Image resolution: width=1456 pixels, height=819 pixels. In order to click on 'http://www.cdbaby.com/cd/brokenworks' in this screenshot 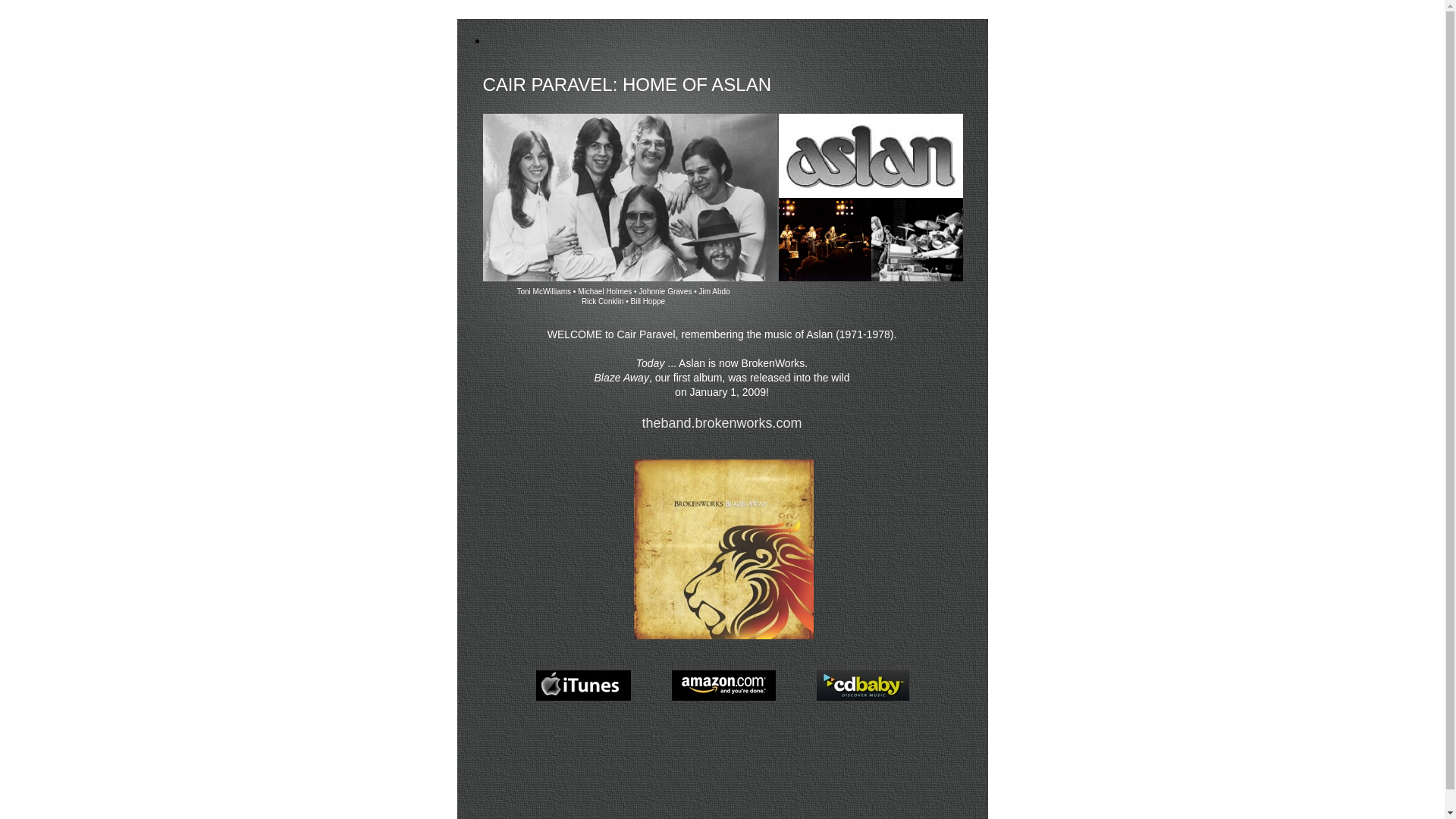, I will do `click(862, 700)`.